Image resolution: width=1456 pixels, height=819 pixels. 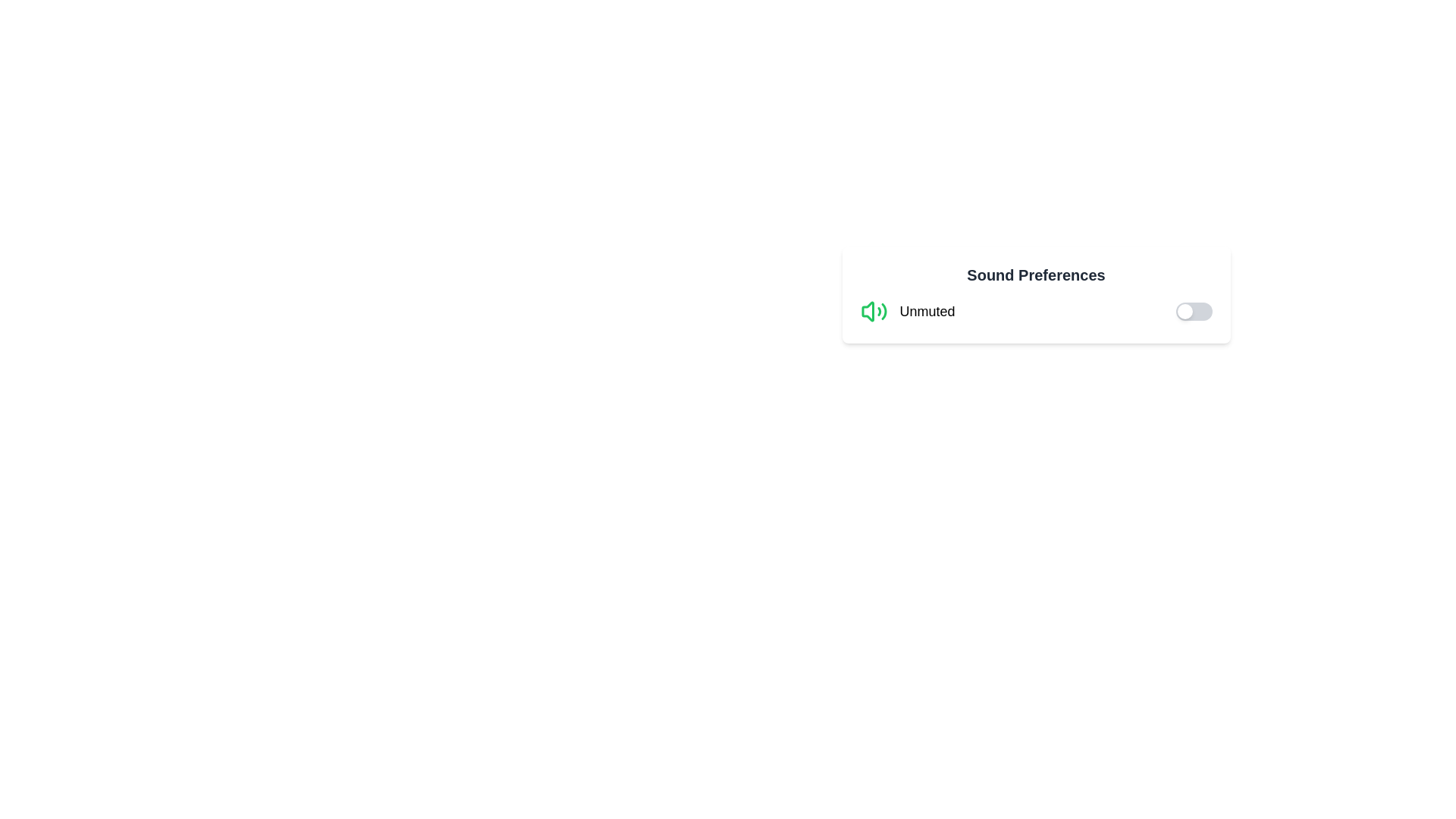 I want to click on the volume icon with the text label 'Unmuted', which is green and indicates an active state, so click(x=907, y=311).